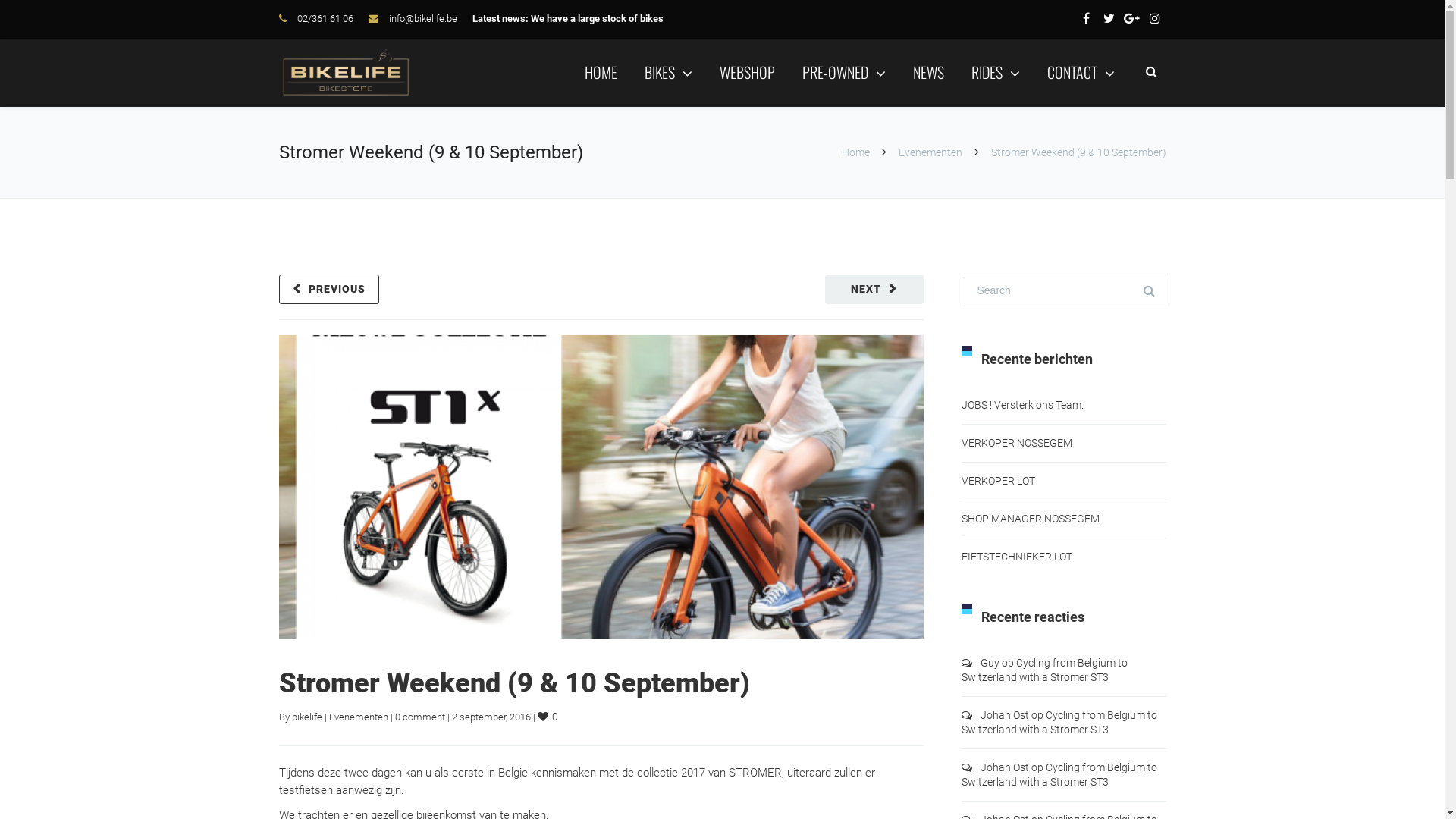 The image size is (1456, 819). I want to click on 'BIKES', so click(644, 72).